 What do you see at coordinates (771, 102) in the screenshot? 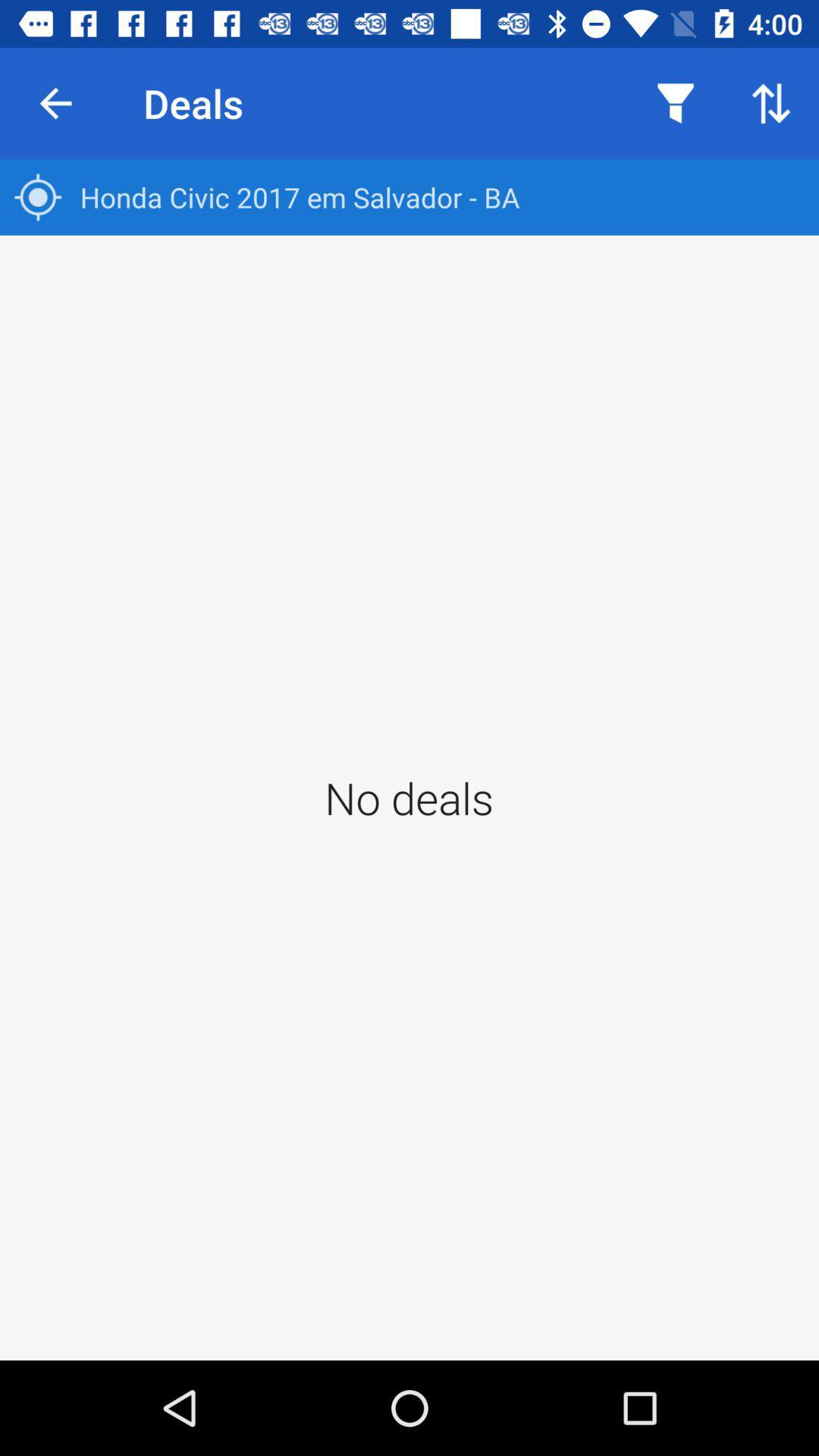
I see `item above the honda civic 2017 item` at bounding box center [771, 102].